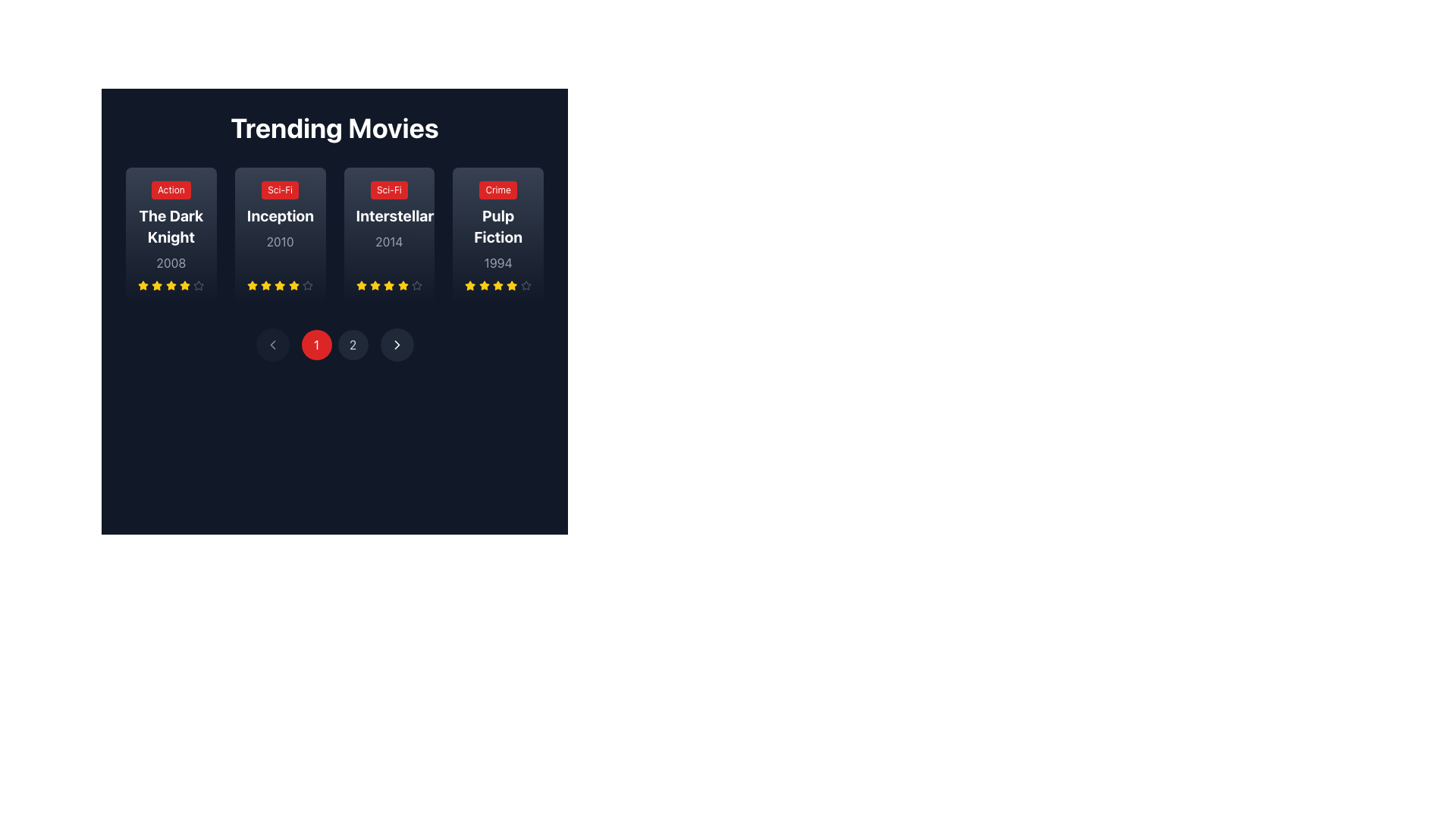 Image resolution: width=1456 pixels, height=819 pixels. Describe the element at coordinates (389, 285) in the screenshot. I see `the rating display component, which is a horizontal row of star icons representing the rating for the movie 'Interstellar', located in the 'Trending Movies' section, directly below the year text '2014'` at that location.